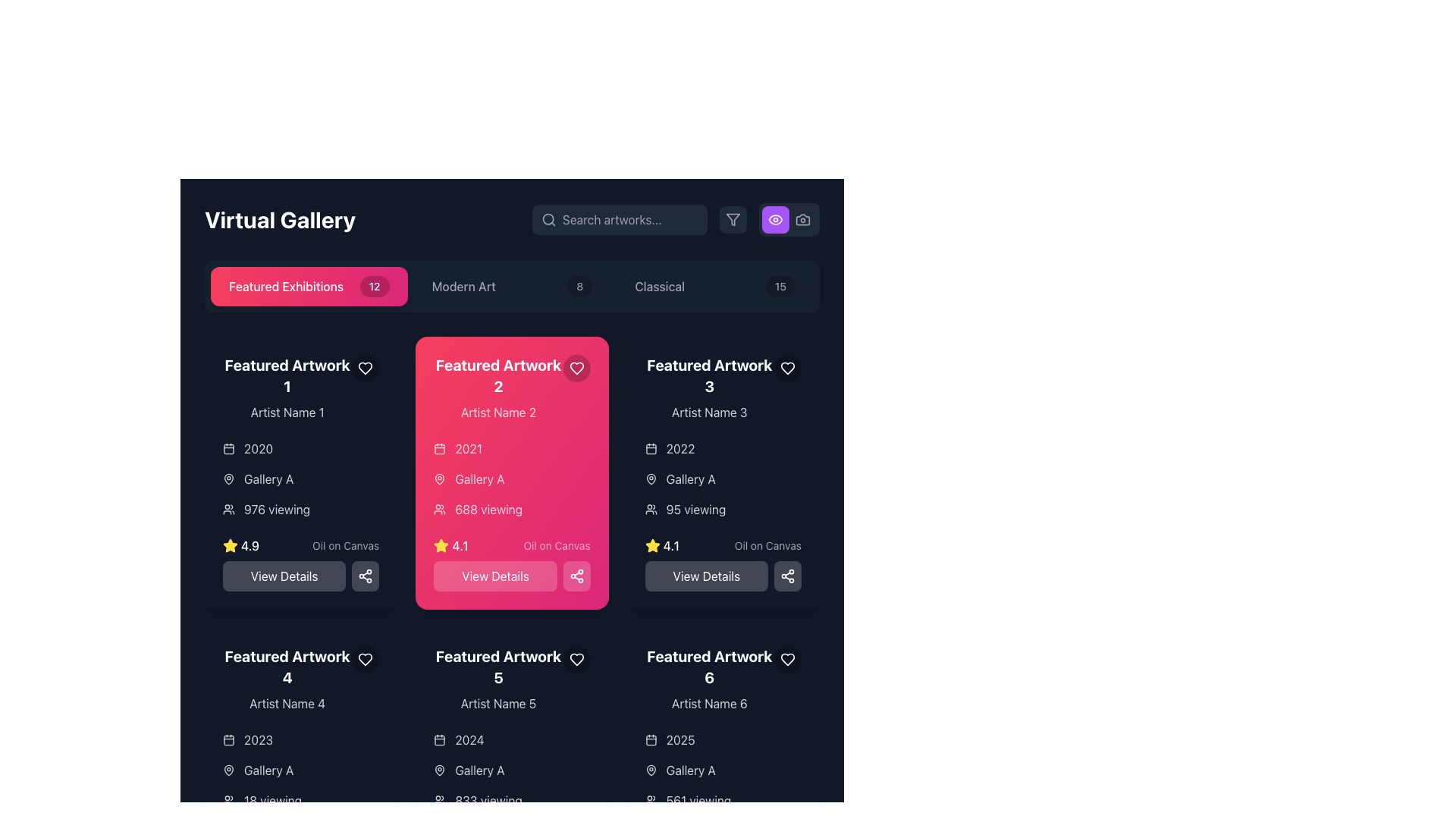 The width and height of the screenshot is (1456, 819). I want to click on the Rating and Description Combination displaying a star rating of 4.1 and the description 'Oil on Canvas' within the 'Featured Artwork 3' card, so click(722, 546).